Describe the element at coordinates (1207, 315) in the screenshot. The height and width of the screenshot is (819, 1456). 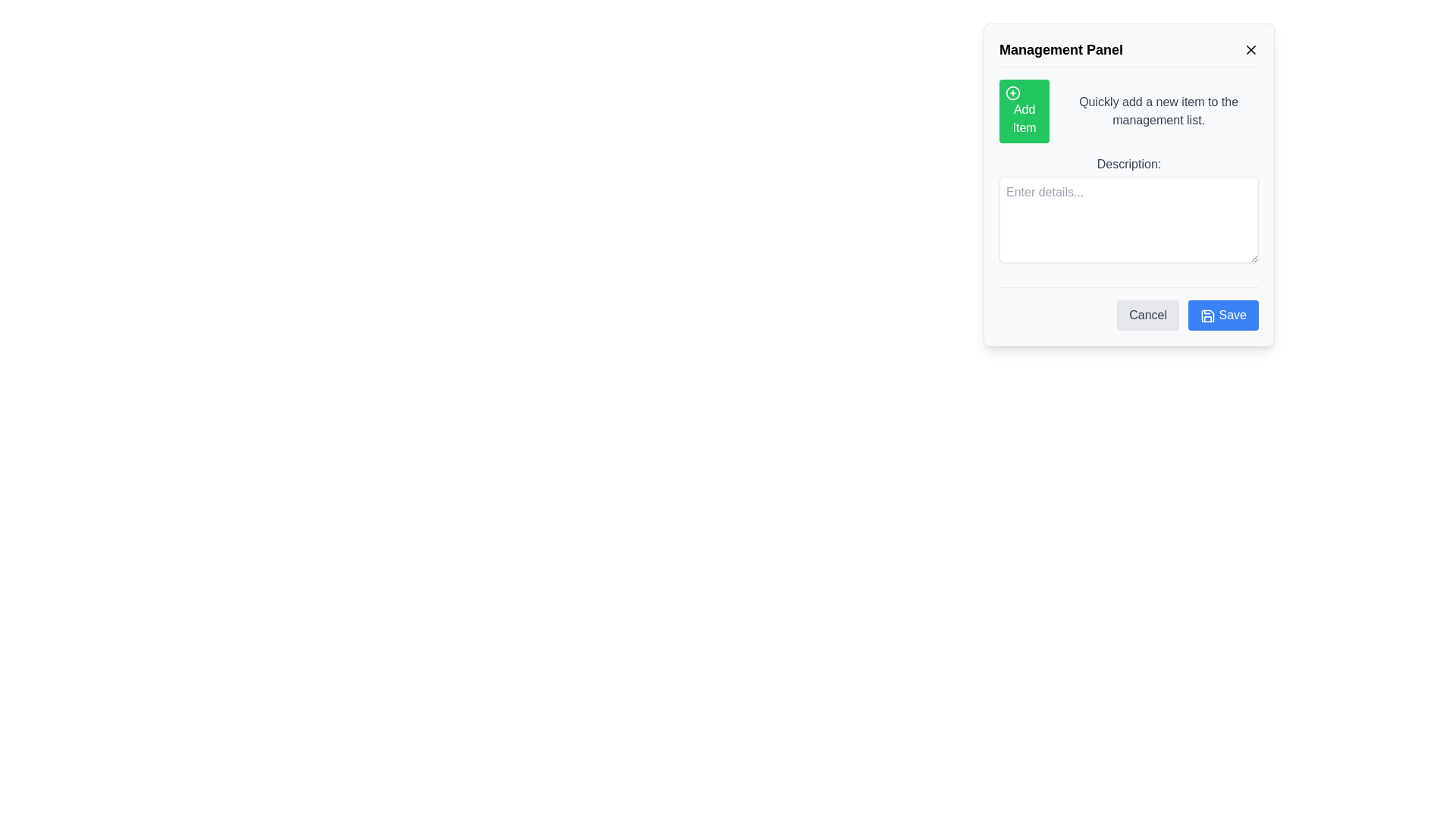
I see `the save icon located within the 'Save' button at the bottom-right of the popup dialog panel to potentially see a tooltip` at that location.